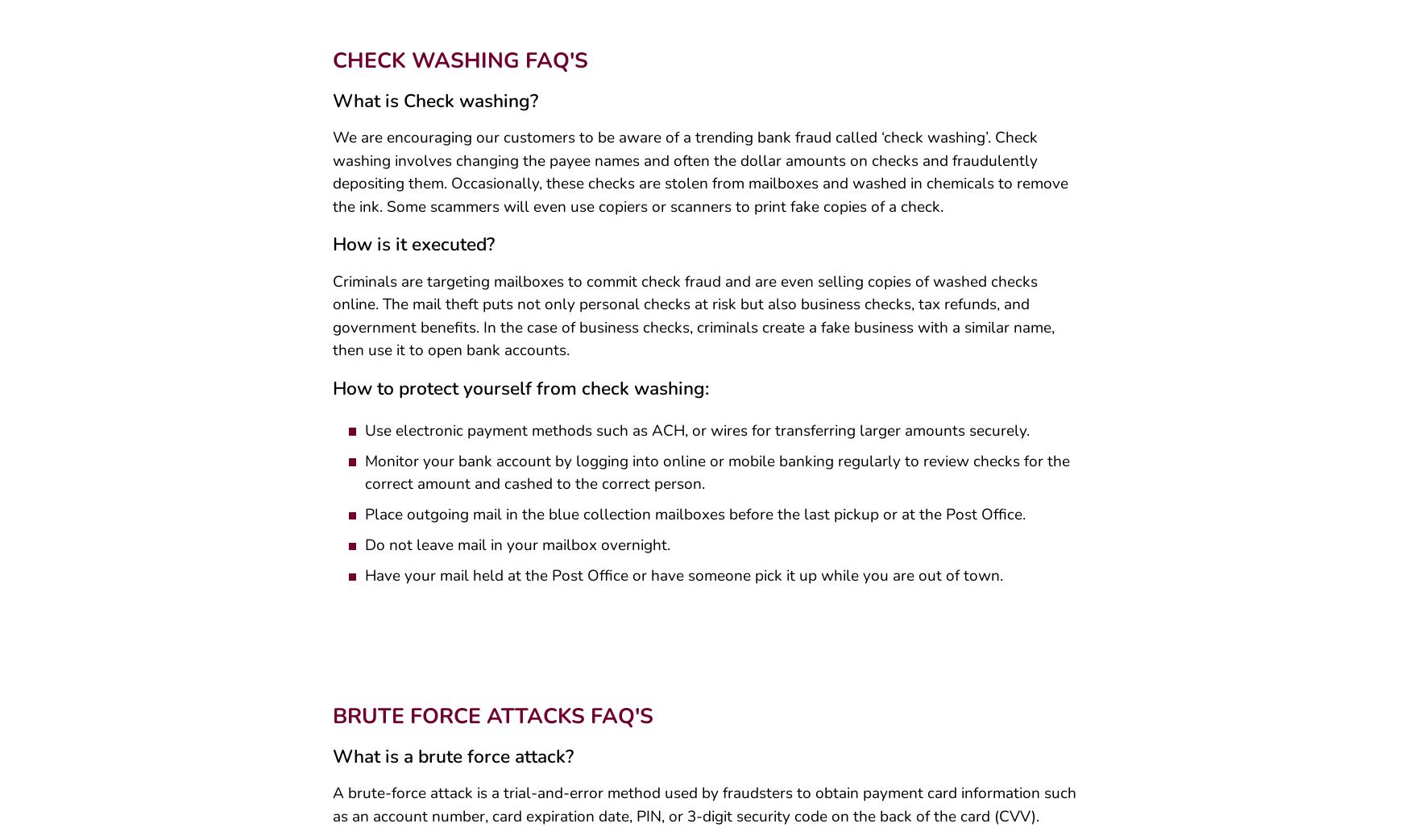  I want to click on 'How is it executed?', so click(412, 250).